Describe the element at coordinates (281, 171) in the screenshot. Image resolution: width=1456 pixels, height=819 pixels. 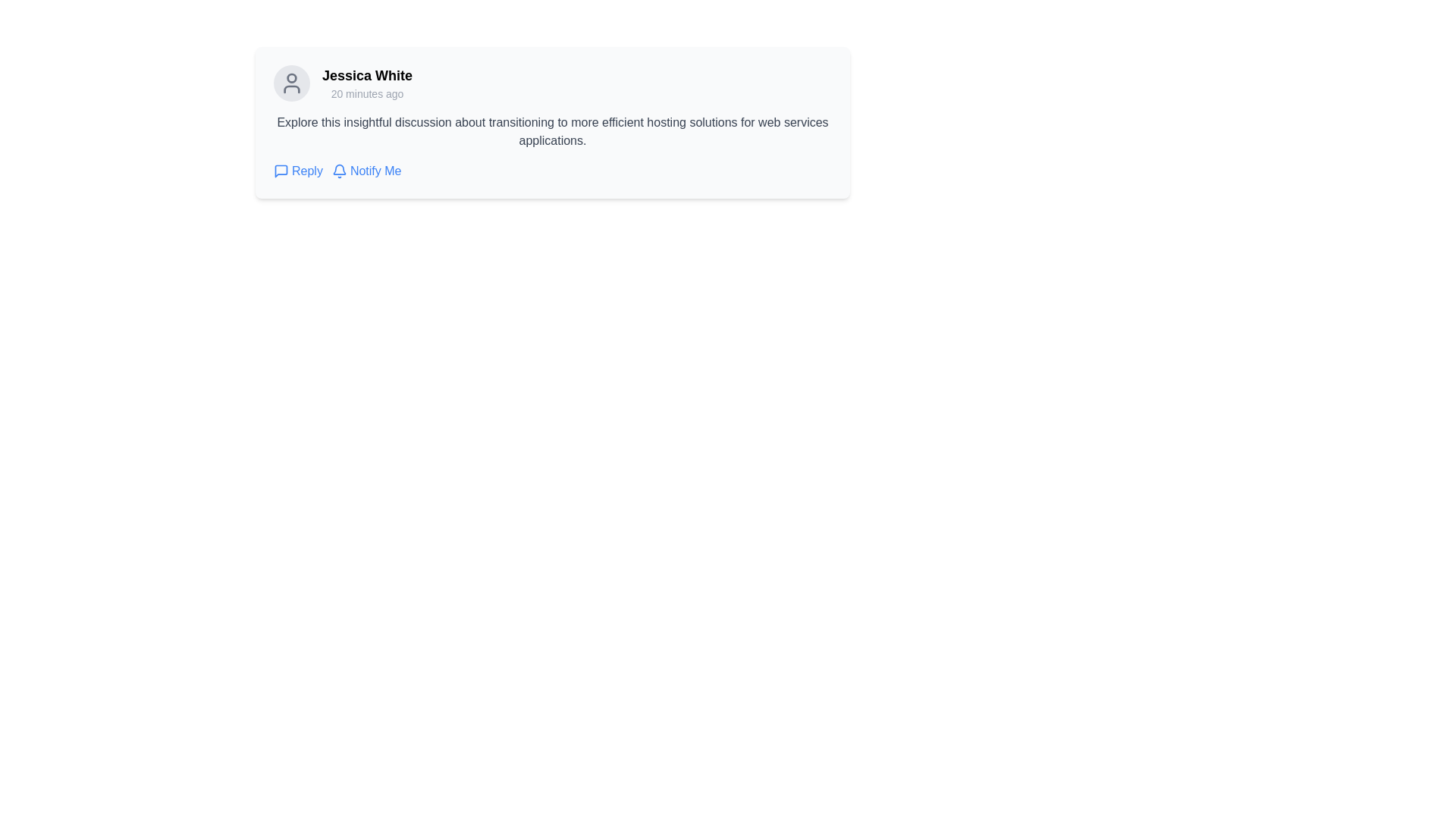
I see `the small speech bubble icon styled as an outline, located to the left of the 'Reply' text in the bottom section of a comment component` at that location.